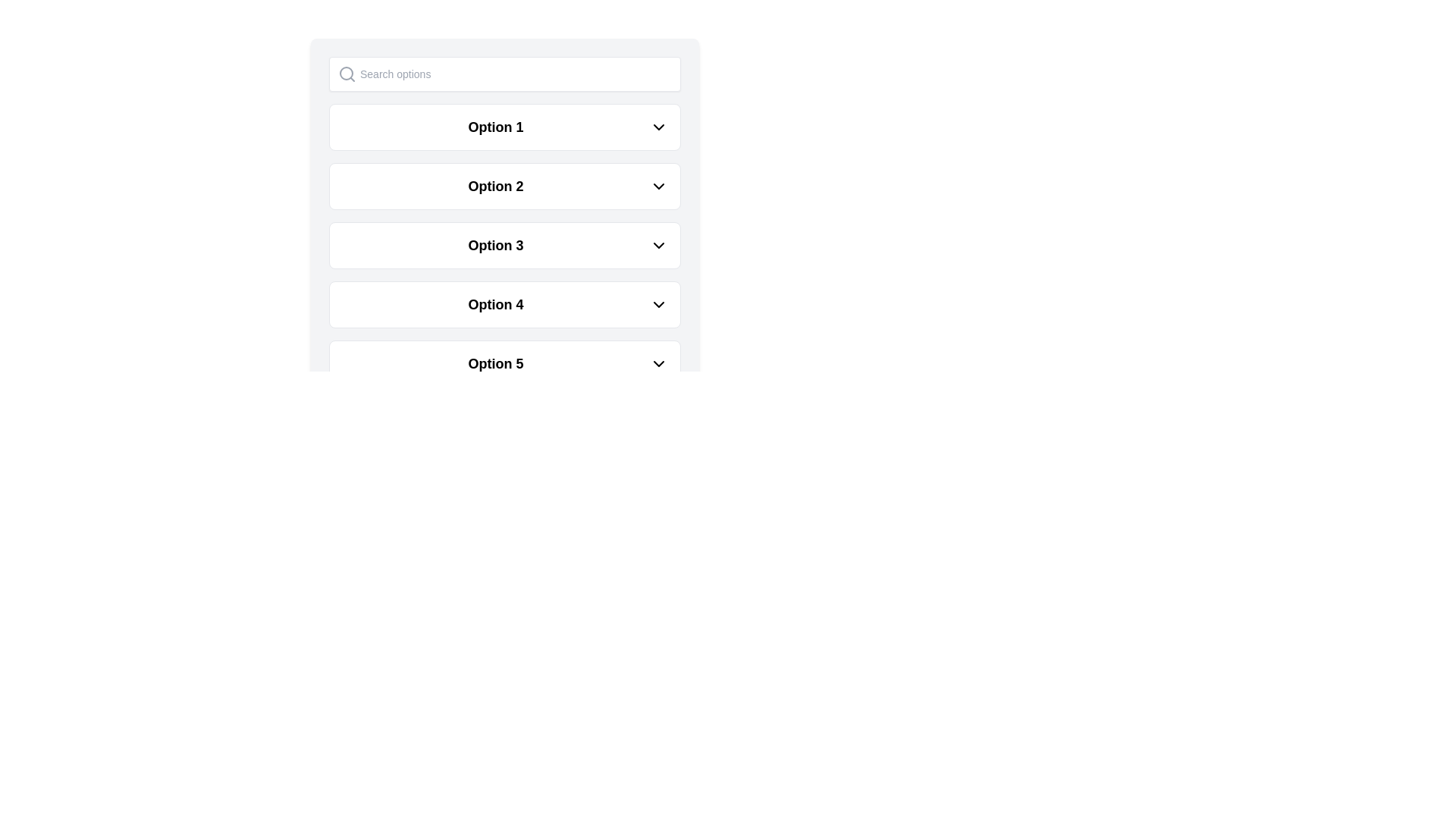 The width and height of the screenshot is (1456, 819). What do you see at coordinates (658, 245) in the screenshot?
I see `the downwards chevron icon at the far right edge of the 'Option 3' row` at bounding box center [658, 245].